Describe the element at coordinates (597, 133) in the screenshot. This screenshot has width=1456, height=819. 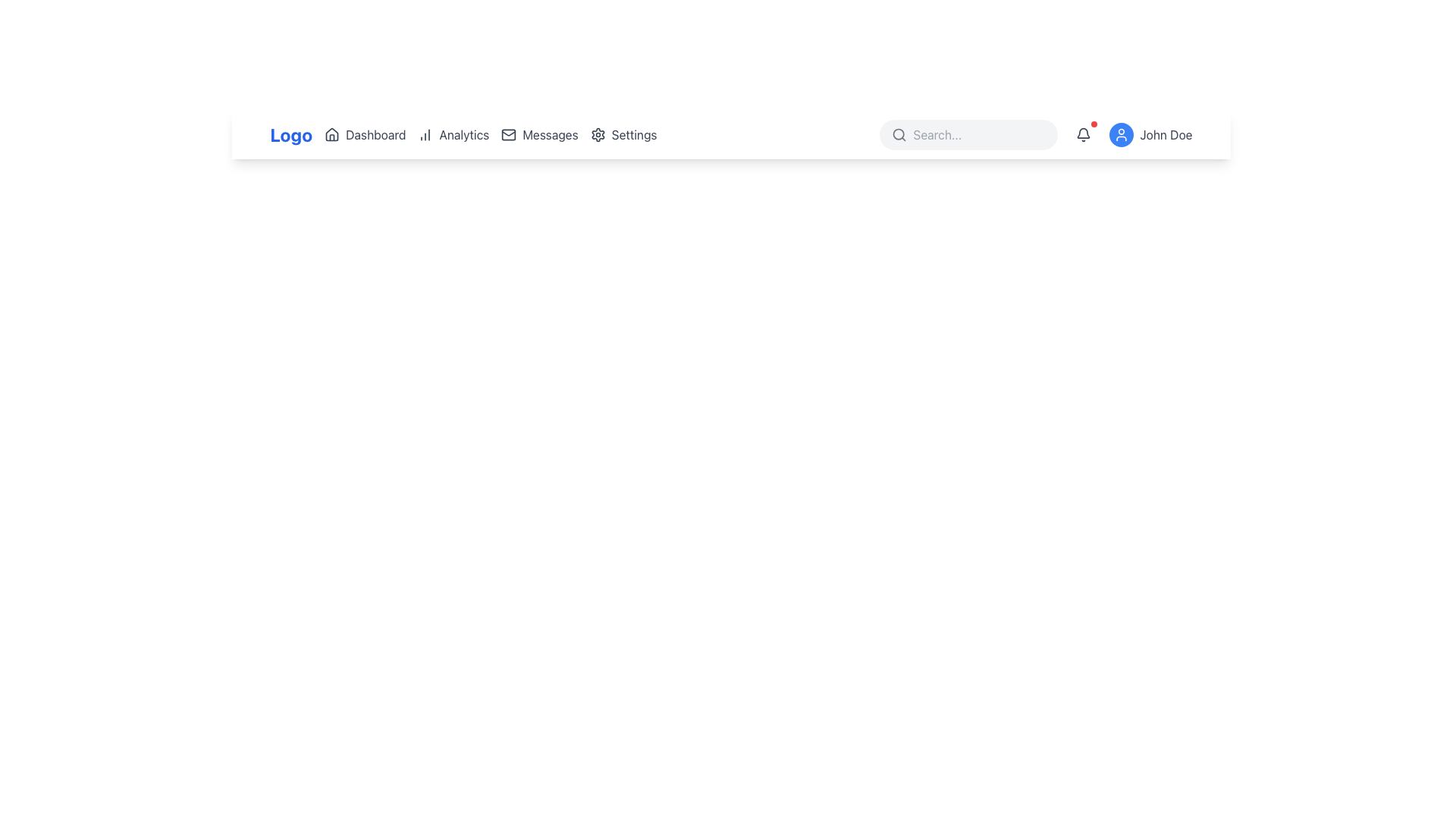
I see `the settings icon (gear) located in the top navigation bar, positioned to the right of the 'Messages' icon and before the 'Search' section` at that location.